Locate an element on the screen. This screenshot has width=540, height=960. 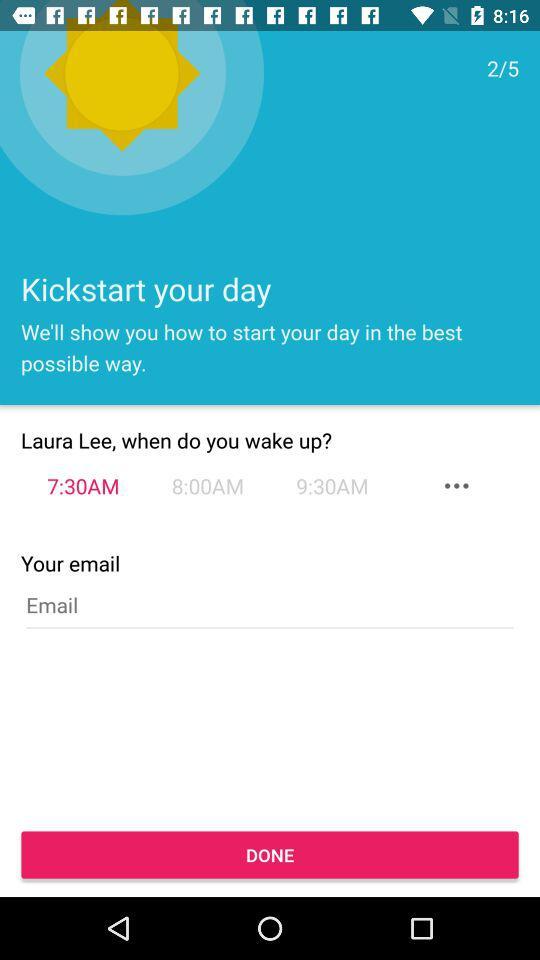
the more icon is located at coordinates (456, 484).